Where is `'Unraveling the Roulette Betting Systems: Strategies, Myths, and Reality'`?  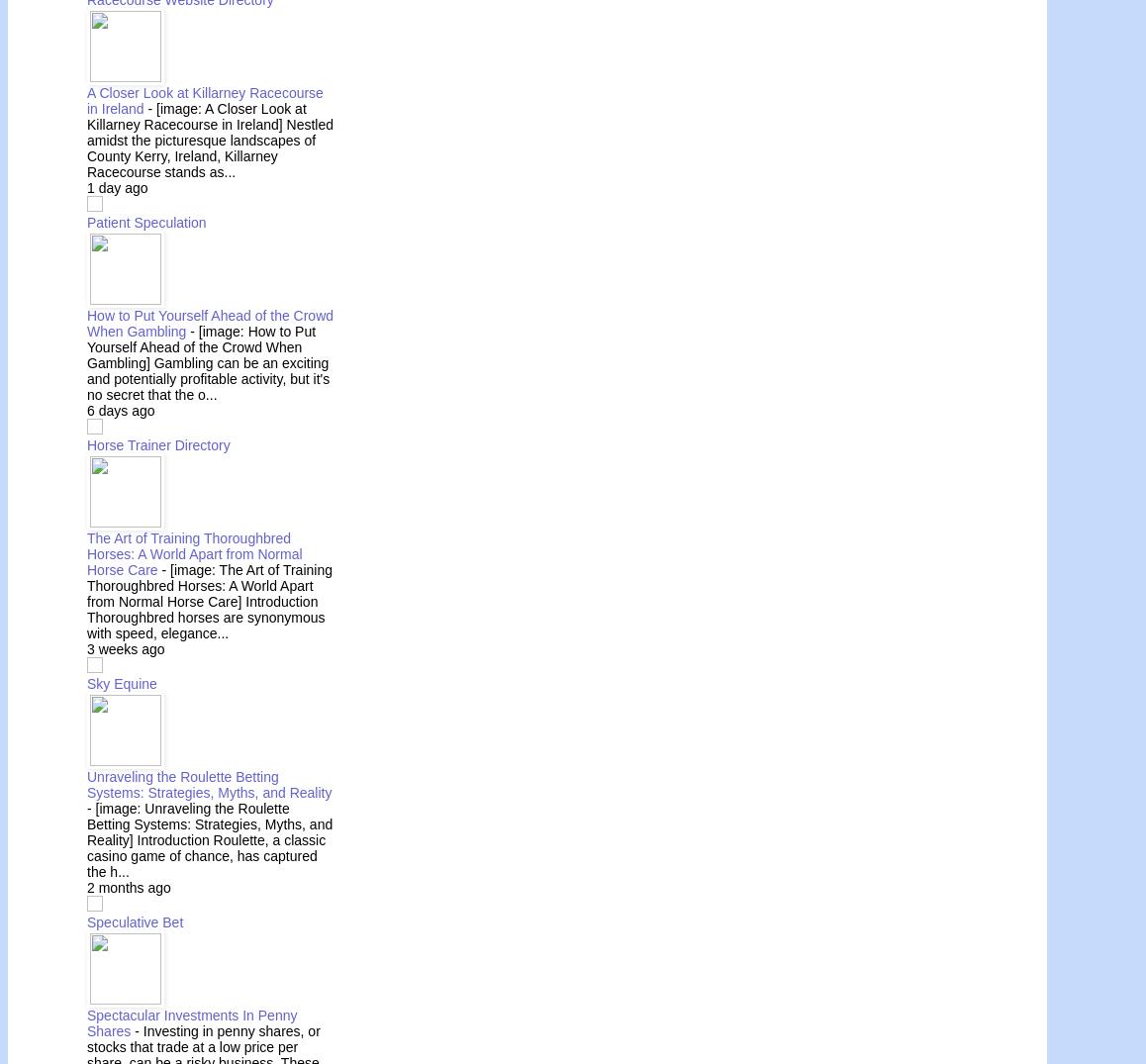
'Unraveling the Roulette Betting Systems: Strategies, Myths, and Reality' is located at coordinates (87, 782).